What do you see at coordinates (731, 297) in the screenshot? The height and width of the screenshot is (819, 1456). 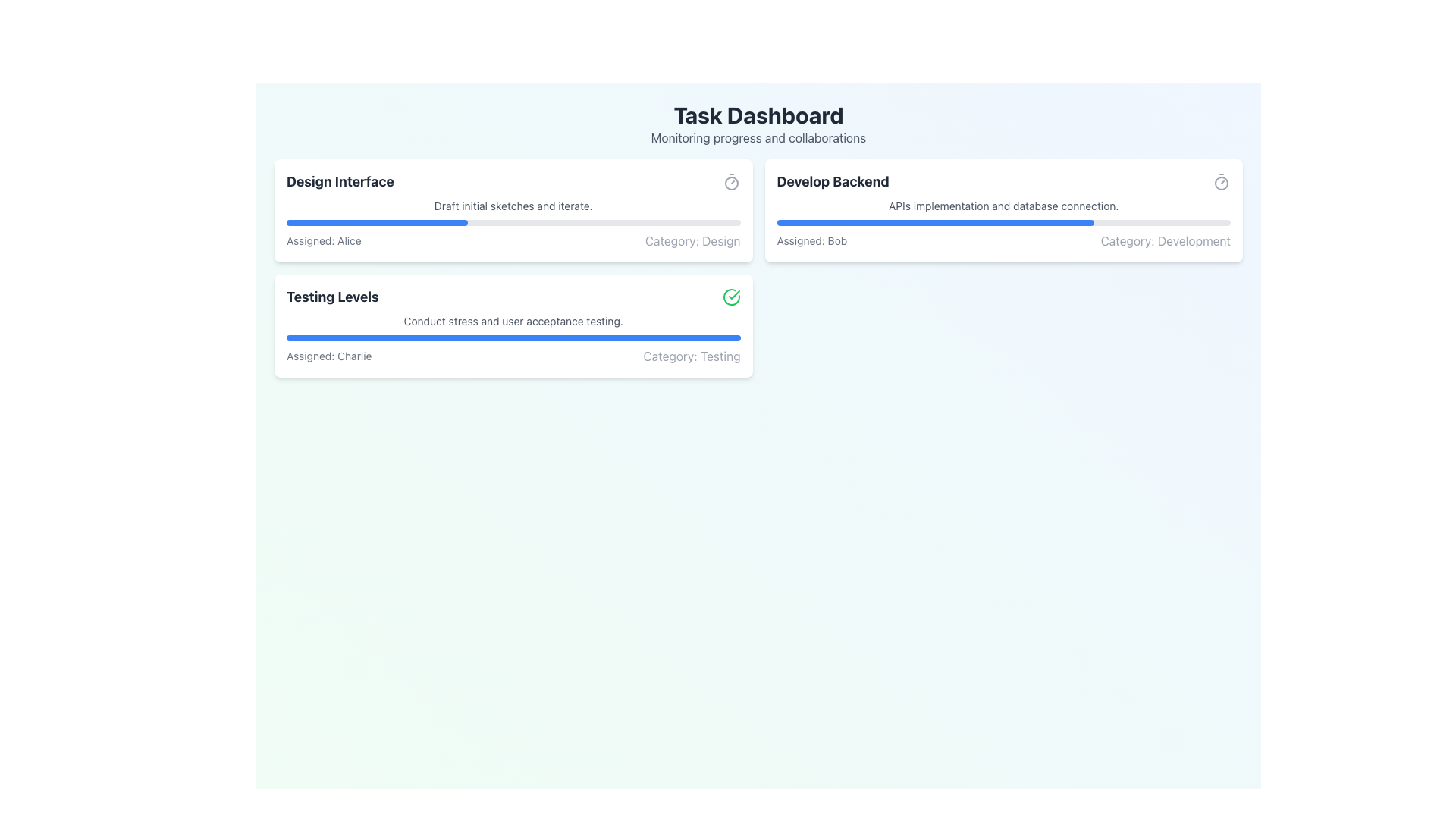 I see `the green circular icon with a checkmark symbol located in the 'Testing Levels' section, right of the header text 'Testing Levels'` at bounding box center [731, 297].